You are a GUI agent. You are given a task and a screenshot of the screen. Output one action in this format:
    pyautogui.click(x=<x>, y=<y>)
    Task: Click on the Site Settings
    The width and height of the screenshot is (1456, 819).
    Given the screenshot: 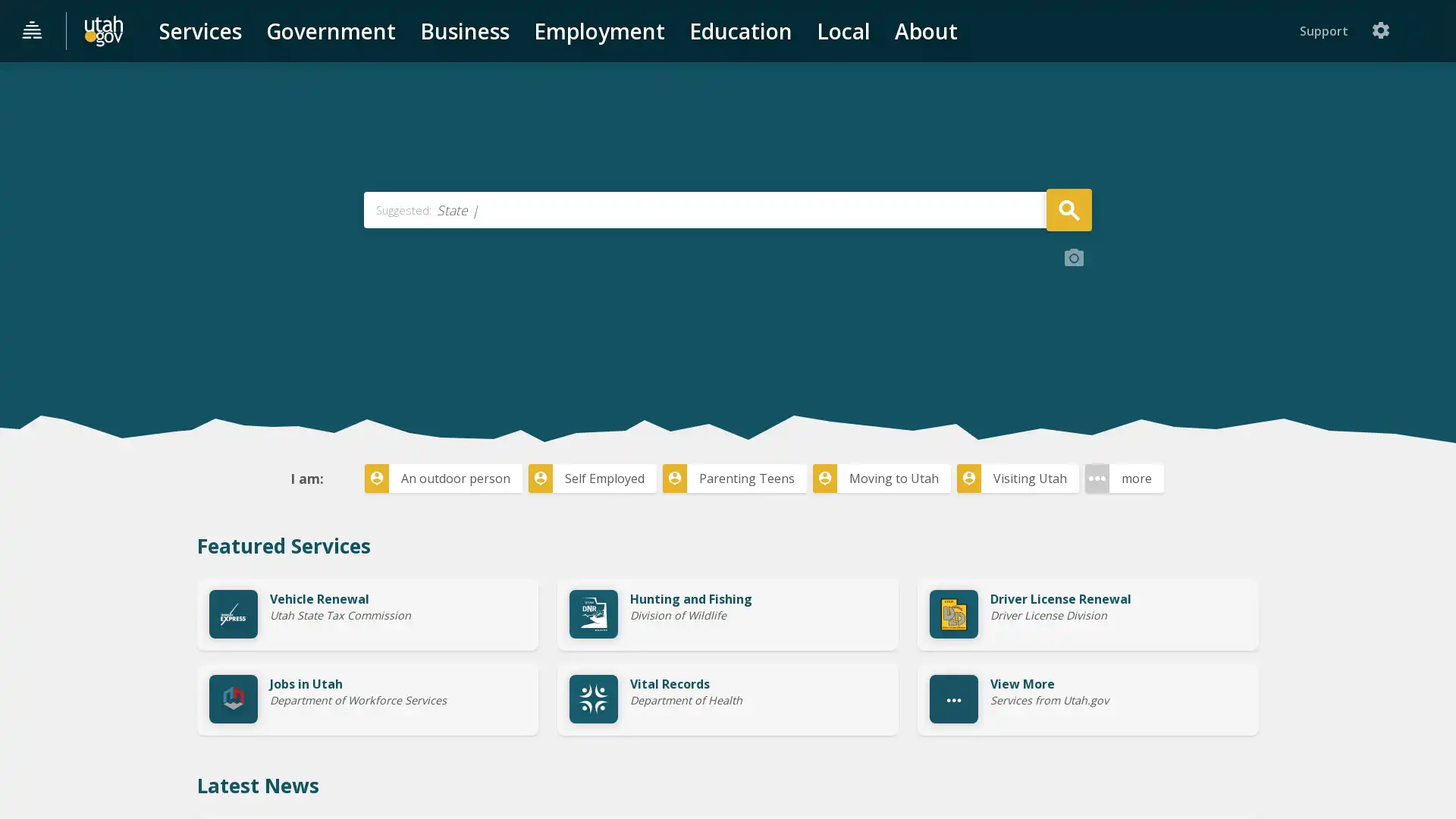 What is the action you would take?
    pyautogui.click(x=1429, y=30)
    